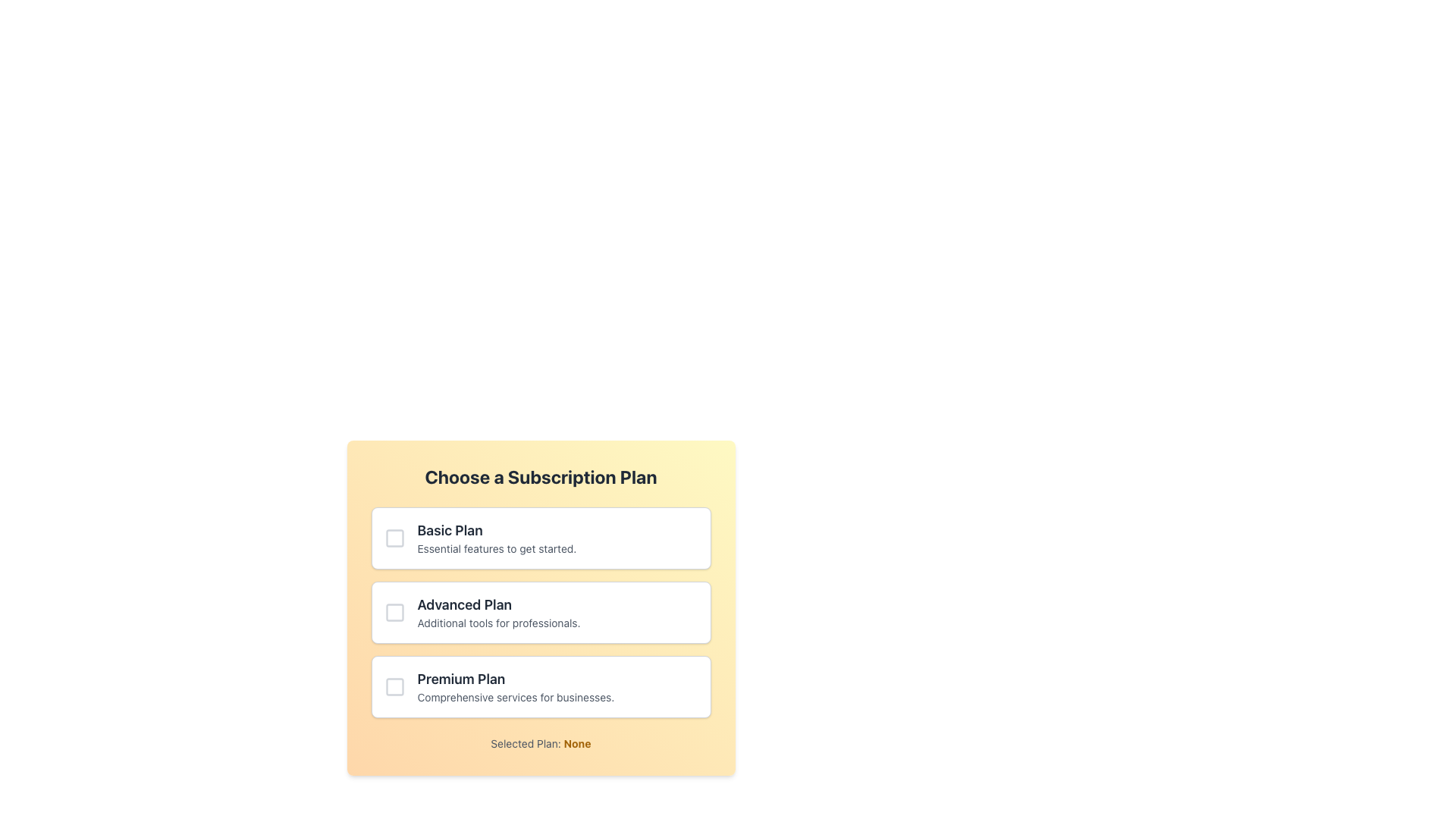 The image size is (1456, 819). What do you see at coordinates (394, 687) in the screenshot?
I see `the checkbox` at bounding box center [394, 687].